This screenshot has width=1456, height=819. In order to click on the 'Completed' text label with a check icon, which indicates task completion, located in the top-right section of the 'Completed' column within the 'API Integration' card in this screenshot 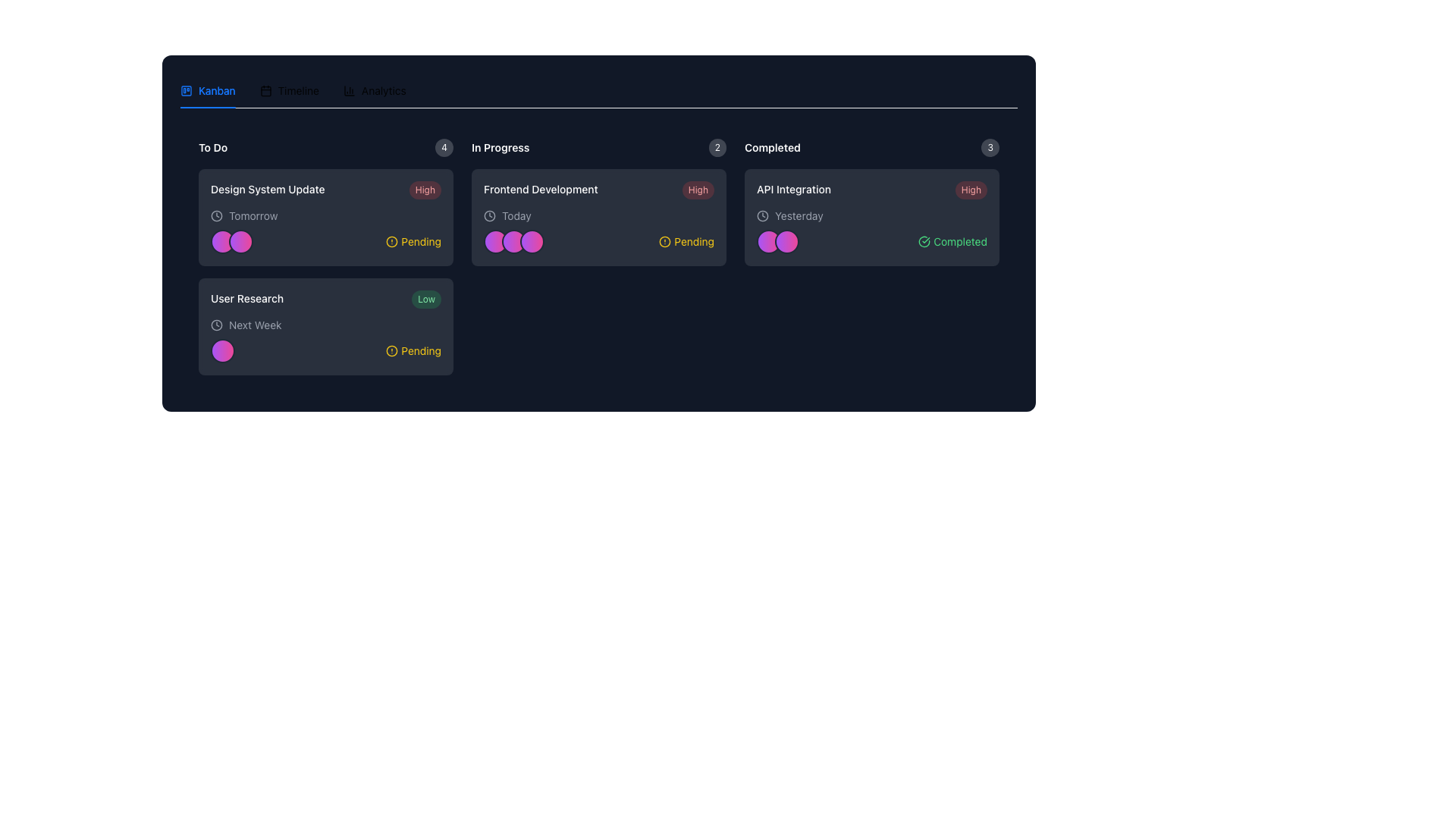, I will do `click(952, 241)`.